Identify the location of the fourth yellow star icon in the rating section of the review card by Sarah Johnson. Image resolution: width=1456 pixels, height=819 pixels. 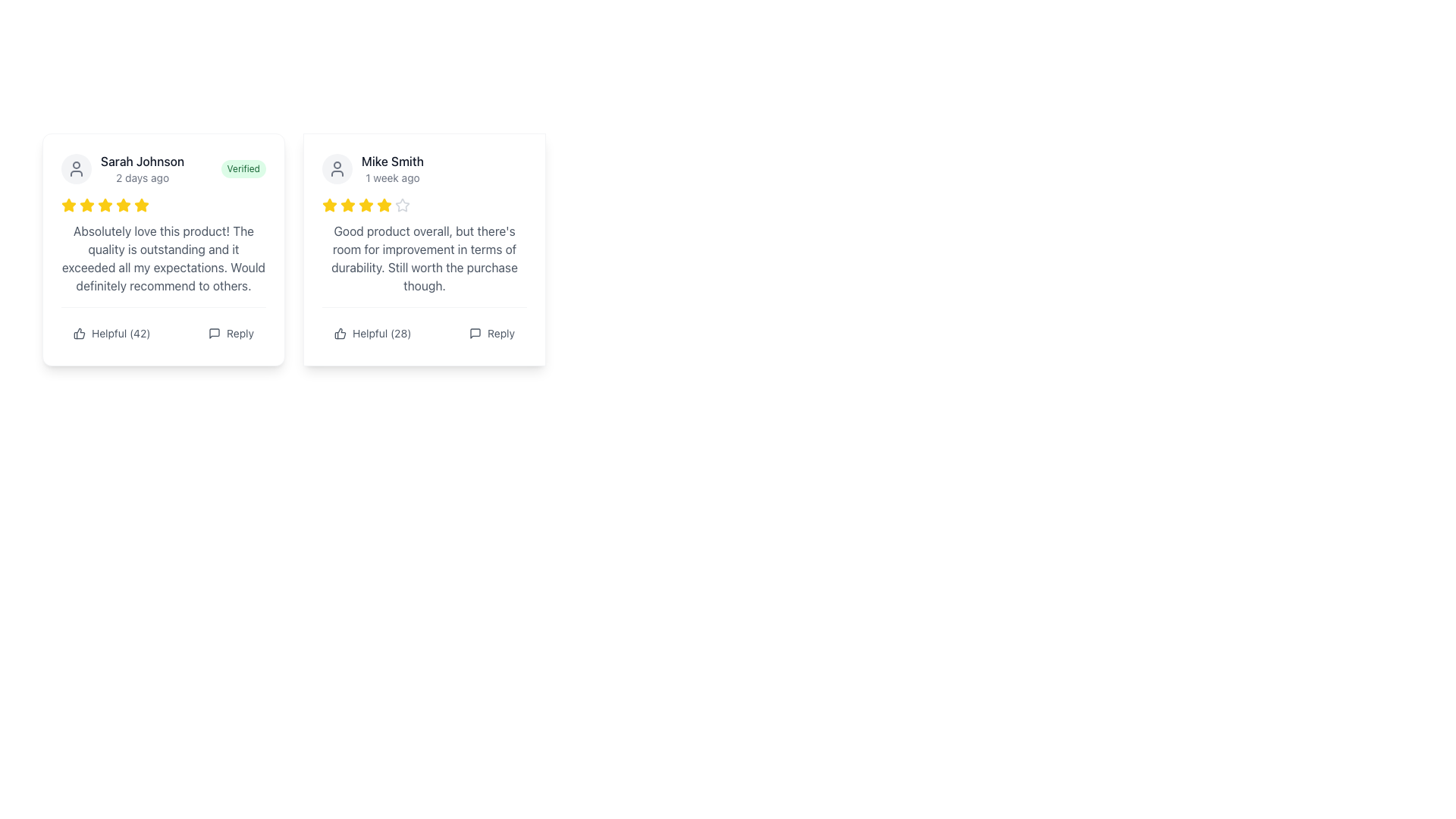
(105, 205).